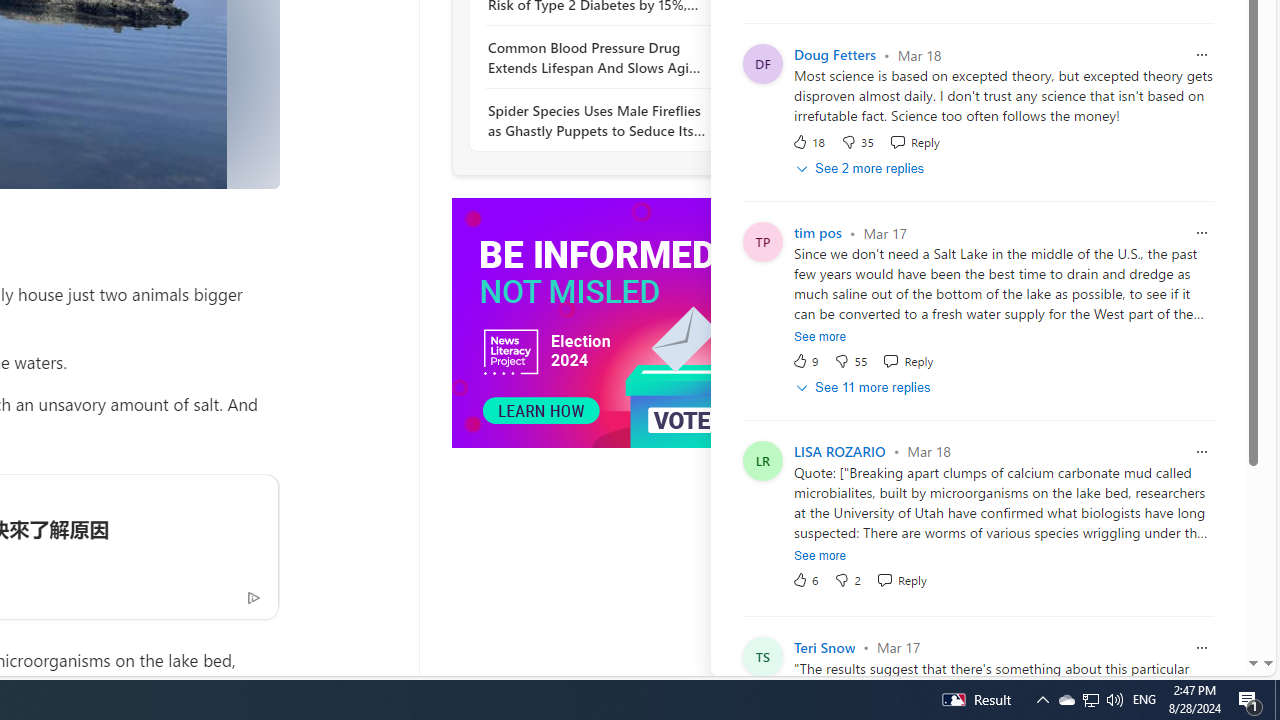  I want to click on '6 Like', so click(805, 579).